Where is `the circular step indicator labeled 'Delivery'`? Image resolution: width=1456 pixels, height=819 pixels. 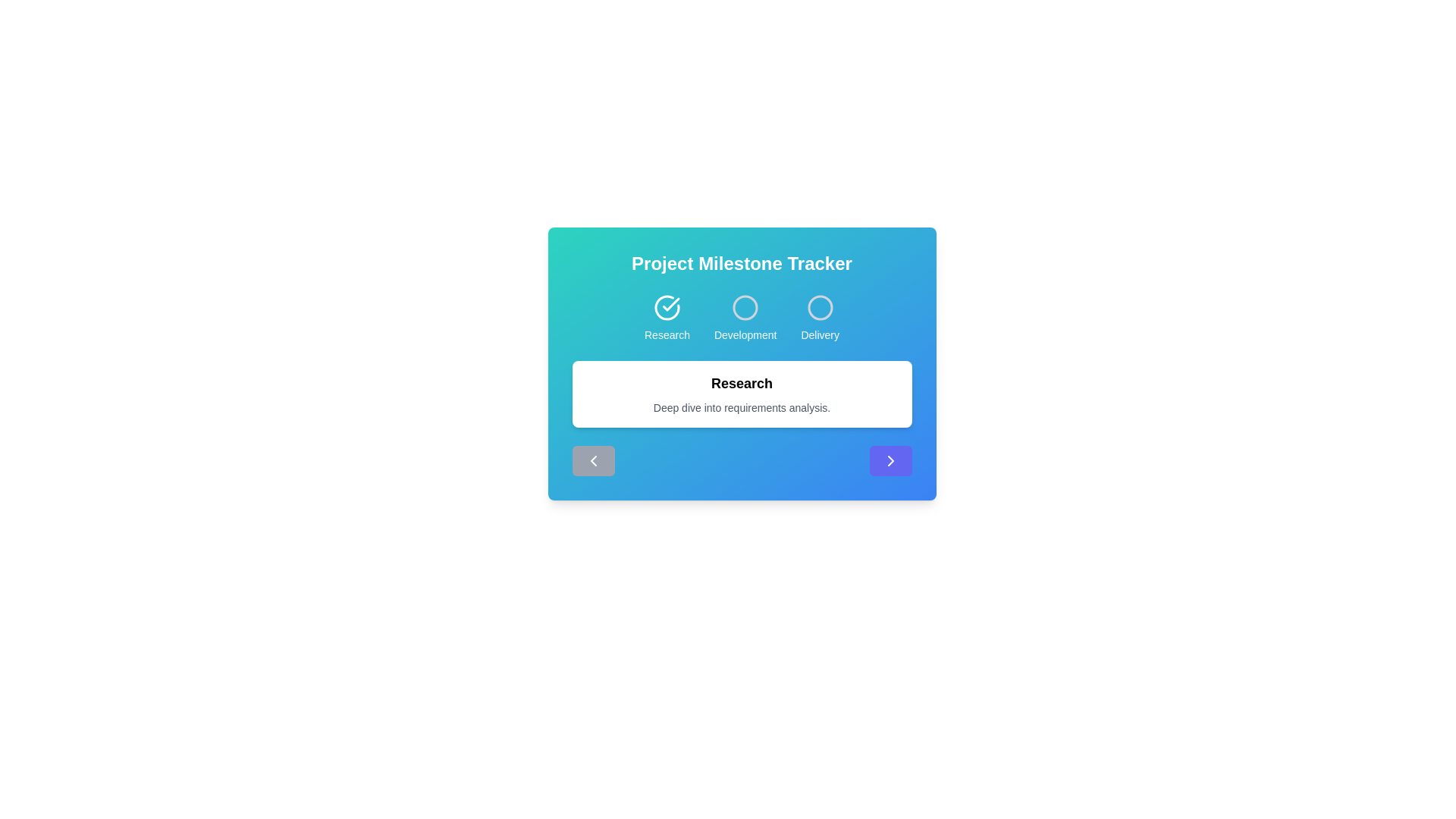 the circular step indicator labeled 'Delivery' is located at coordinates (819, 318).